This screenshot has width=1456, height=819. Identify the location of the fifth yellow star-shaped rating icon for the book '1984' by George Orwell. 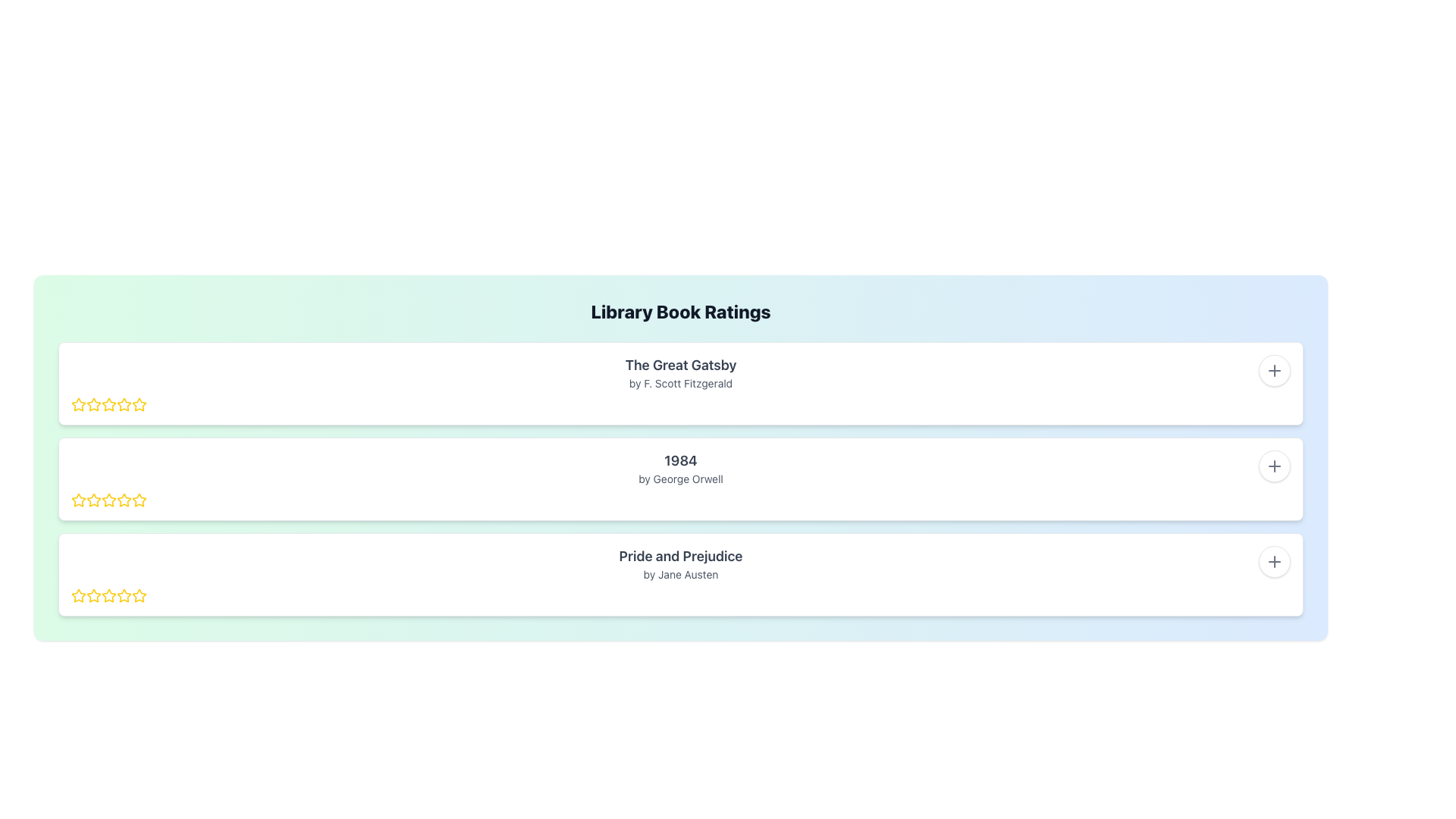
(139, 500).